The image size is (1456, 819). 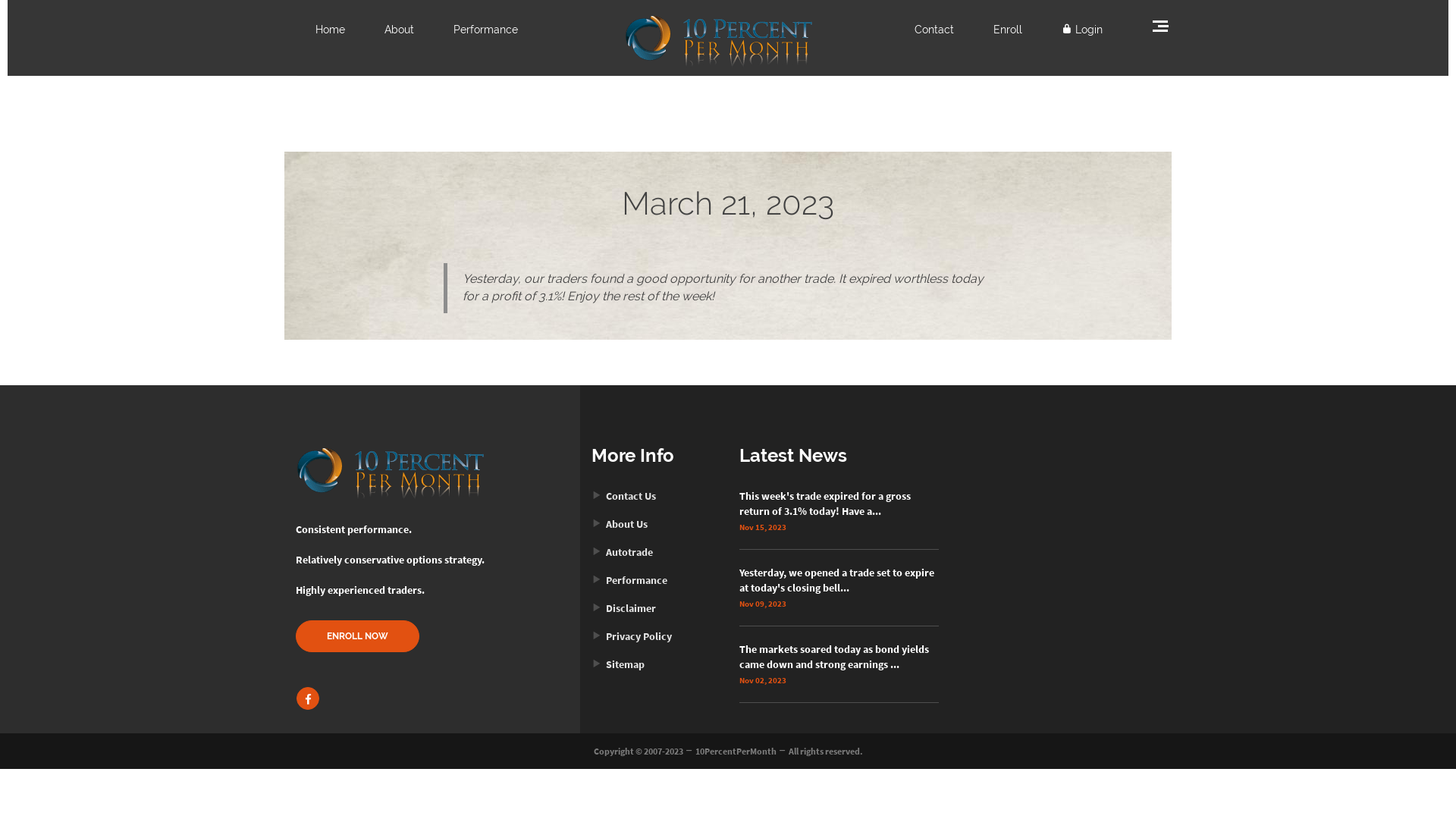 I want to click on 'Contact Us', so click(x=623, y=496).